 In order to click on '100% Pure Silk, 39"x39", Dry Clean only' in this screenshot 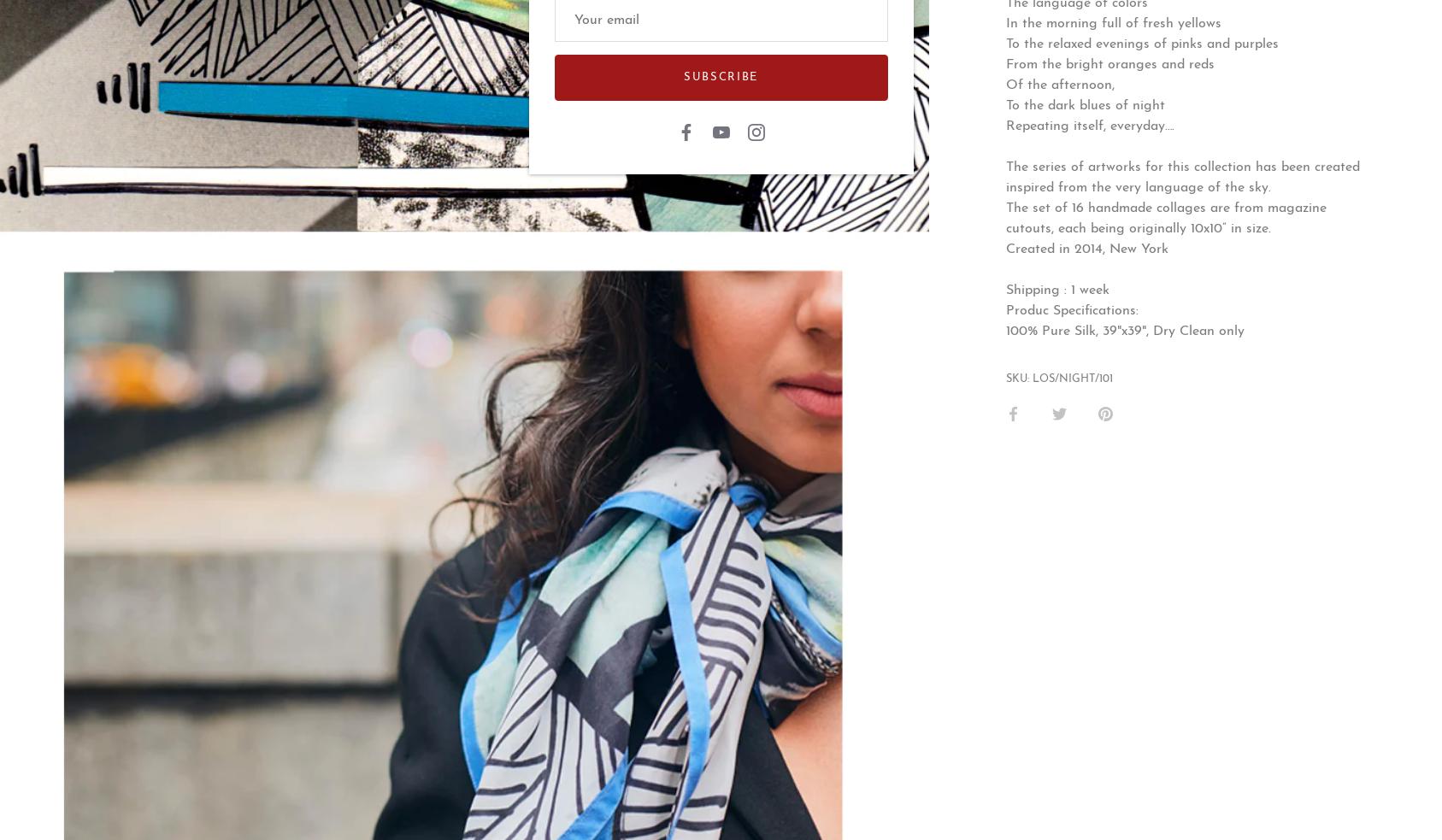, I will do `click(1124, 330)`.